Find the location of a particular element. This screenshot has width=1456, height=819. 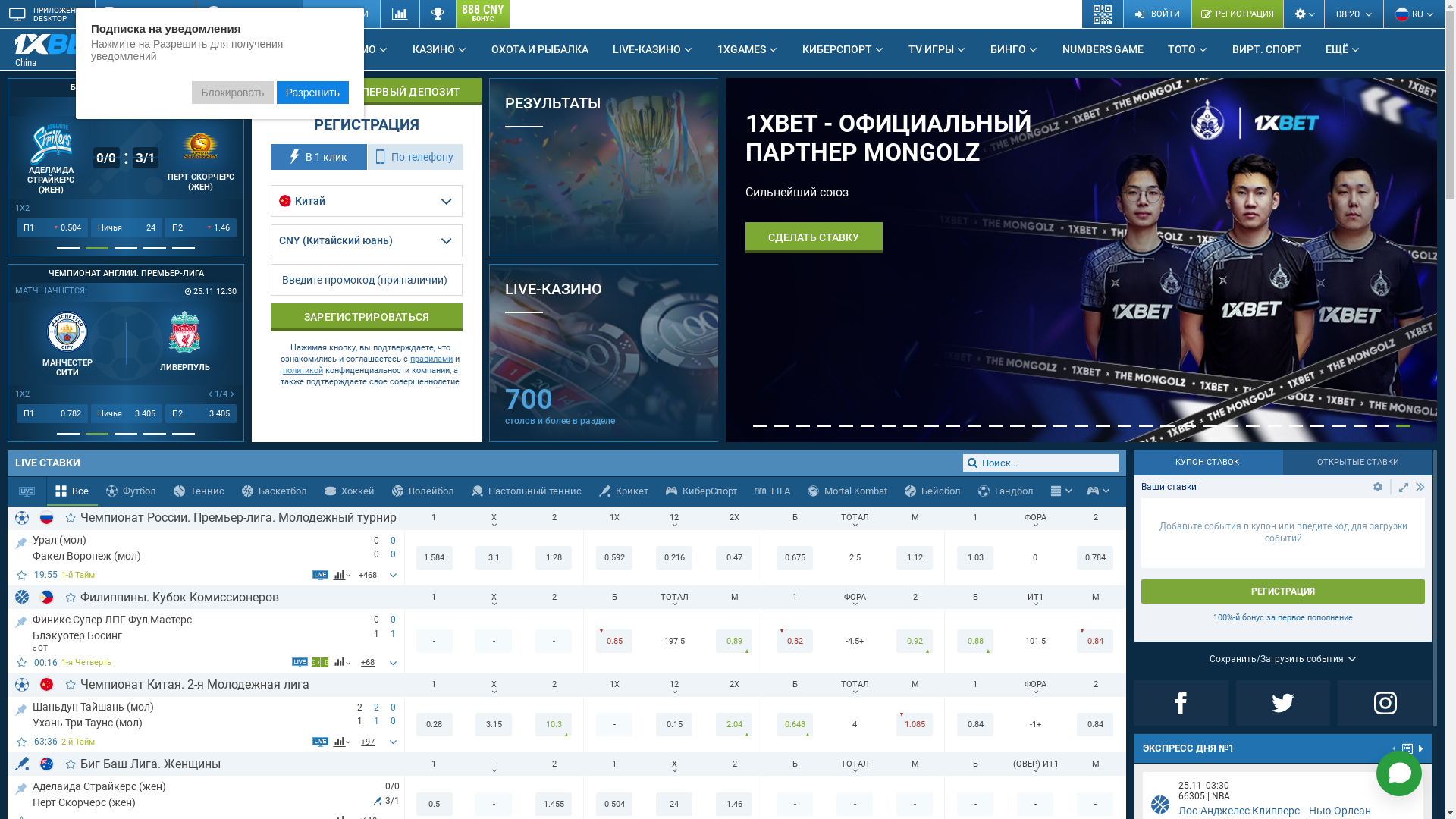

'FIFA' is located at coordinates (772, 491).